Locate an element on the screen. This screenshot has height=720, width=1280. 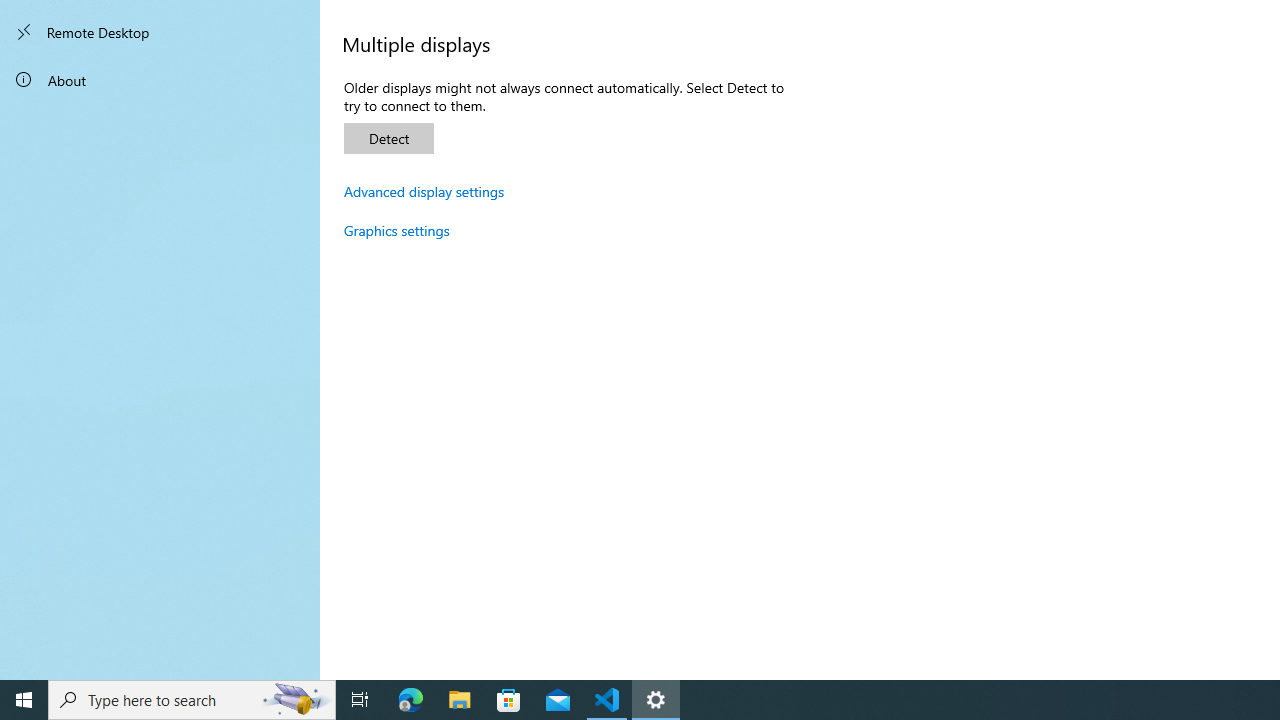
'Graphics settings' is located at coordinates (397, 229).